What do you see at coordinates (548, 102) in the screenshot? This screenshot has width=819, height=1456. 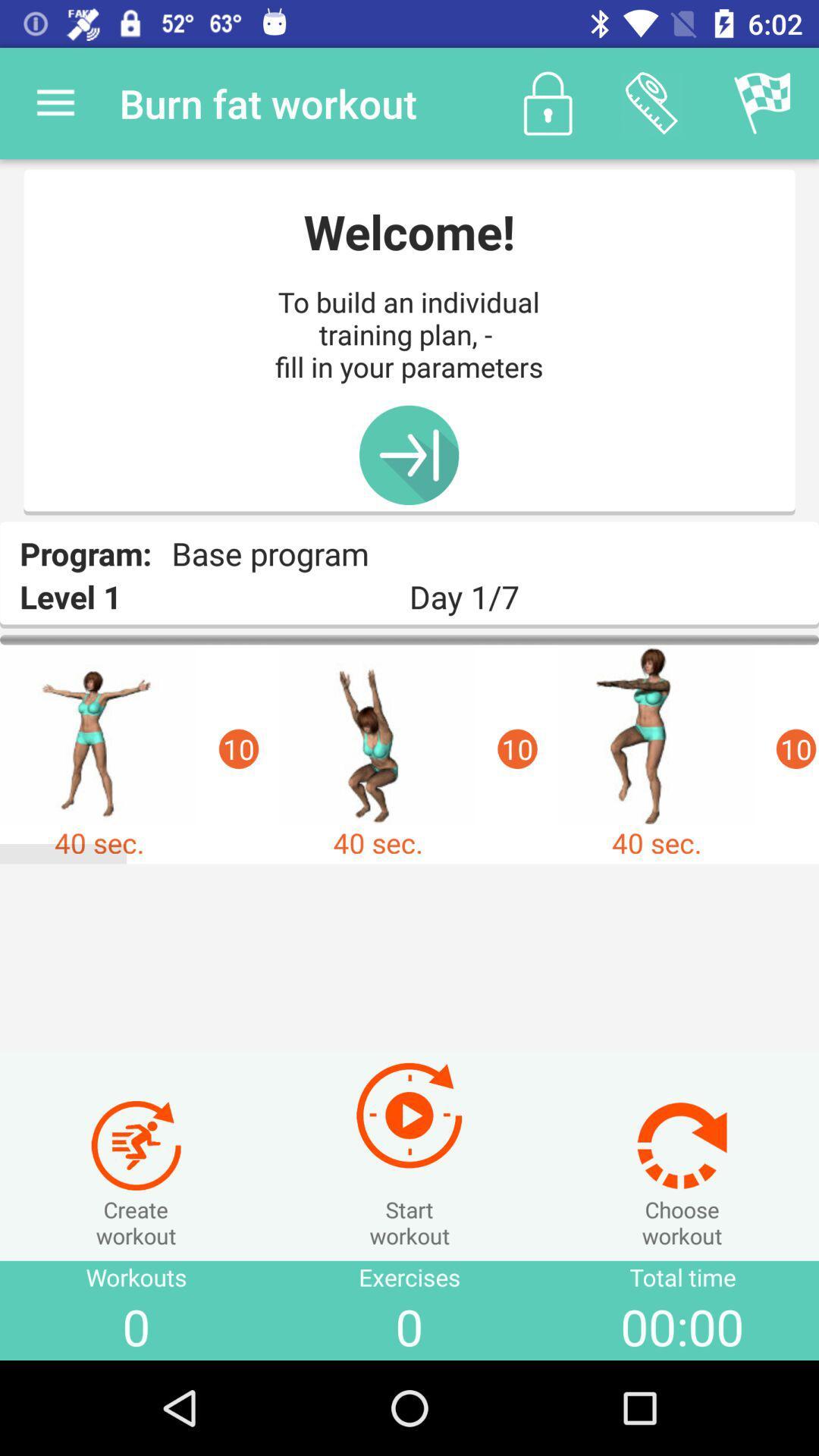 I see `the icon above welcome! item` at bounding box center [548, 102].